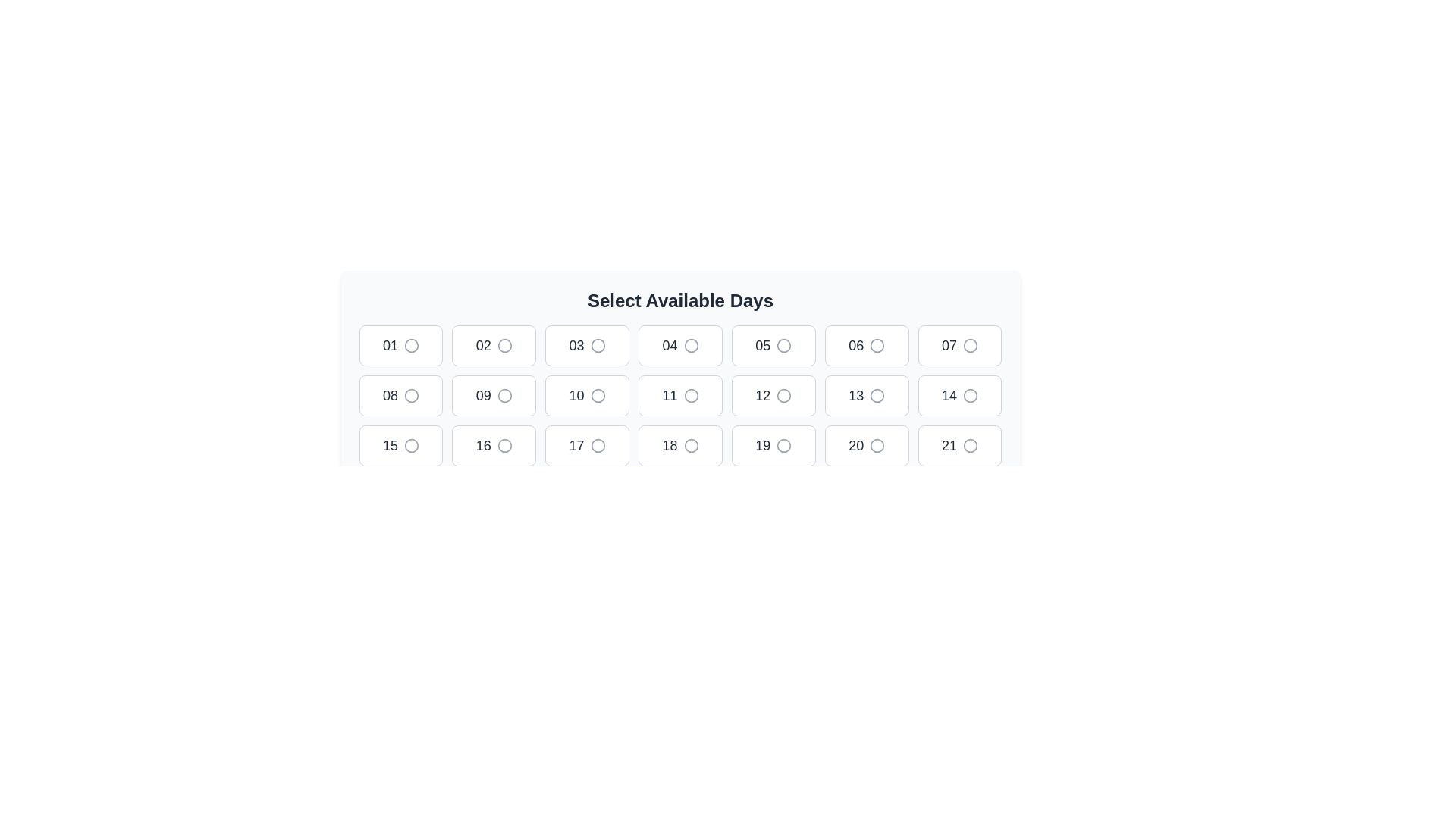  Describe the element at coordinates (504, 345) in the screenshot. I see `the circular selectable indicator located next to the label '02' in the first row of the grid layout to inspect details` at that location.